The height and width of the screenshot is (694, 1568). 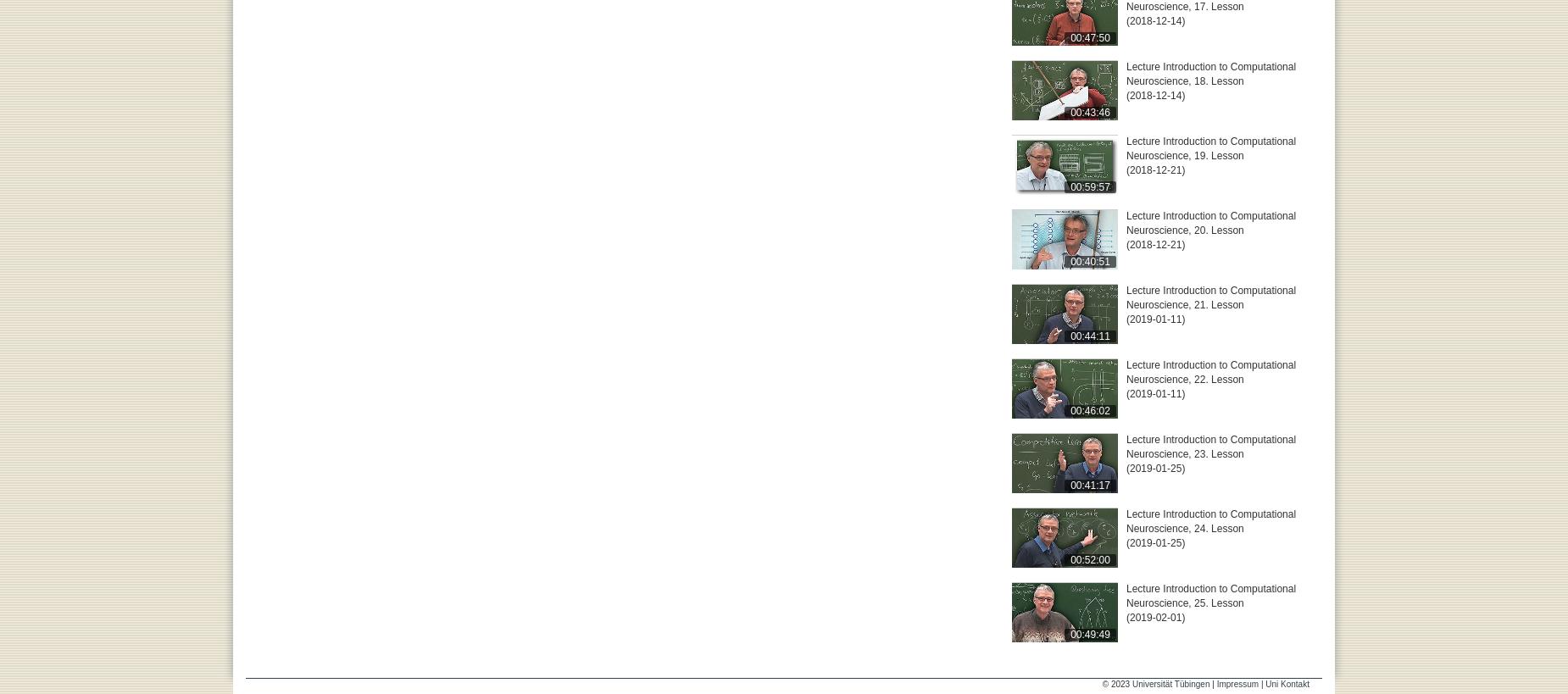 What do you see at coordinates (1210, 74) in the screenshot?
I see `'Lecture Introduction to Computational Neuroscience, 18. Lesson'` at bounding box center [1210, 74].